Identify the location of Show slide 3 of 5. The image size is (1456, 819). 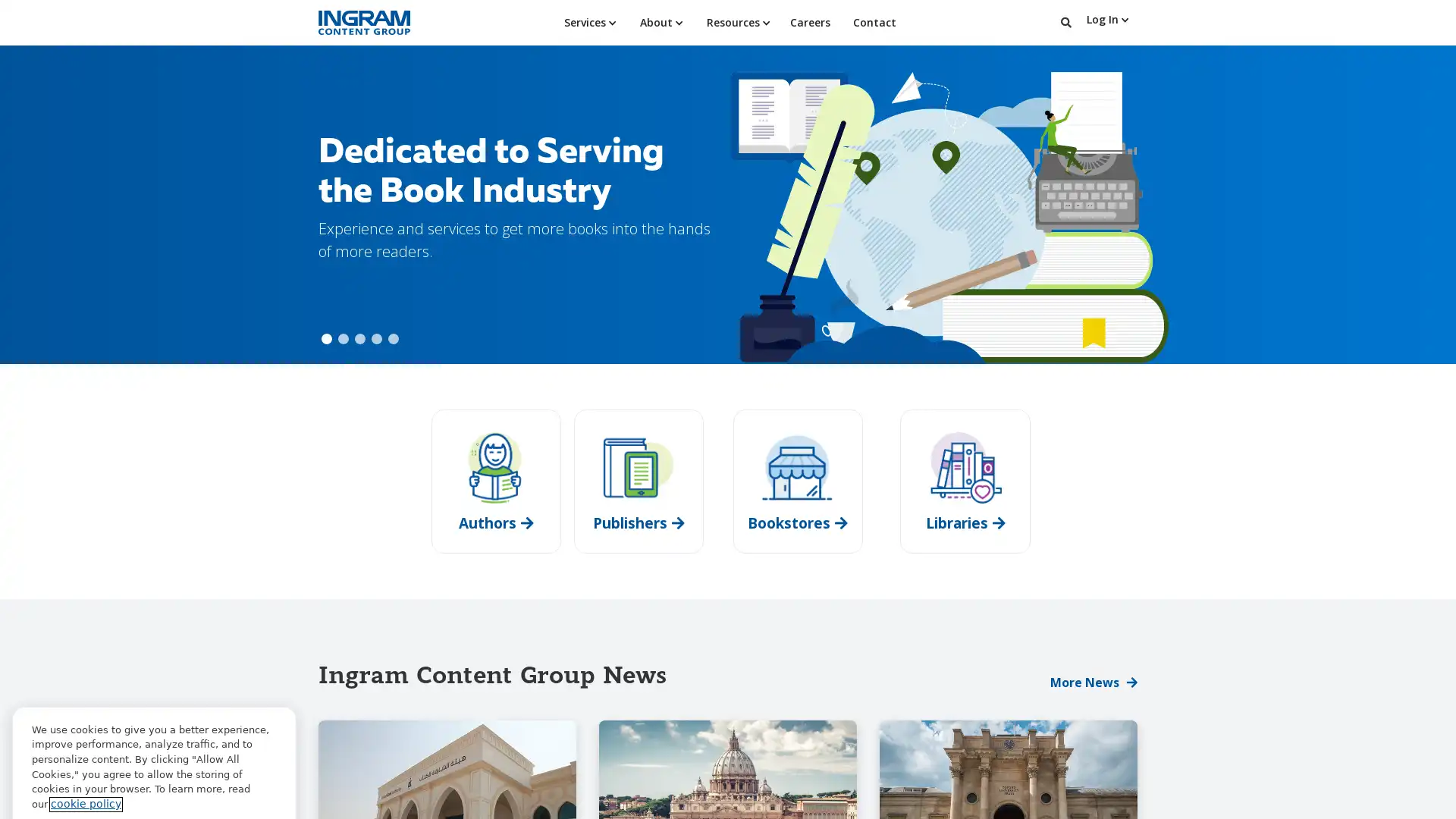
(359, 337).